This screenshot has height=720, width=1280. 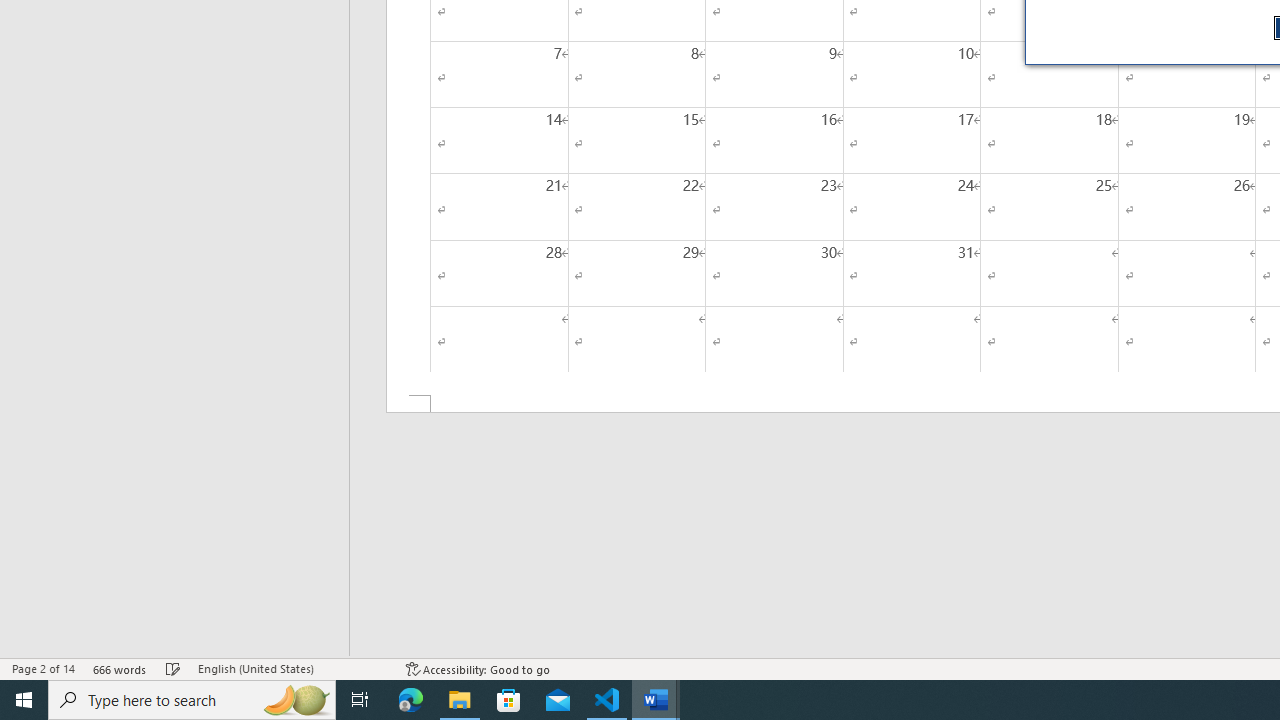 What do you see at coordinates (294, 698) in the screenshot?
I see `'Search highlights icon opens search home window'` at bounding box center [294, 698].